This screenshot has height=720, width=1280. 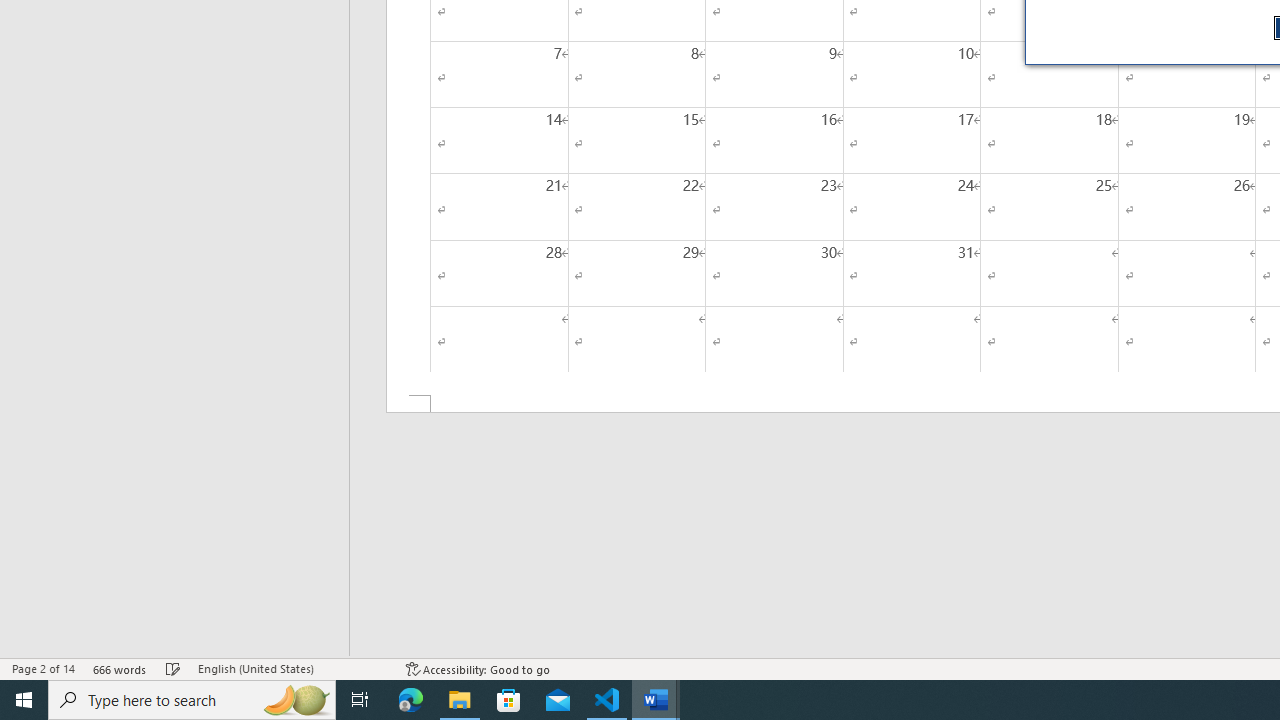 What do you see at coordinates (294, 698) in the screenshot?
I see `'Search highlights icon opens search home window'` at bounding box center [294, 698].